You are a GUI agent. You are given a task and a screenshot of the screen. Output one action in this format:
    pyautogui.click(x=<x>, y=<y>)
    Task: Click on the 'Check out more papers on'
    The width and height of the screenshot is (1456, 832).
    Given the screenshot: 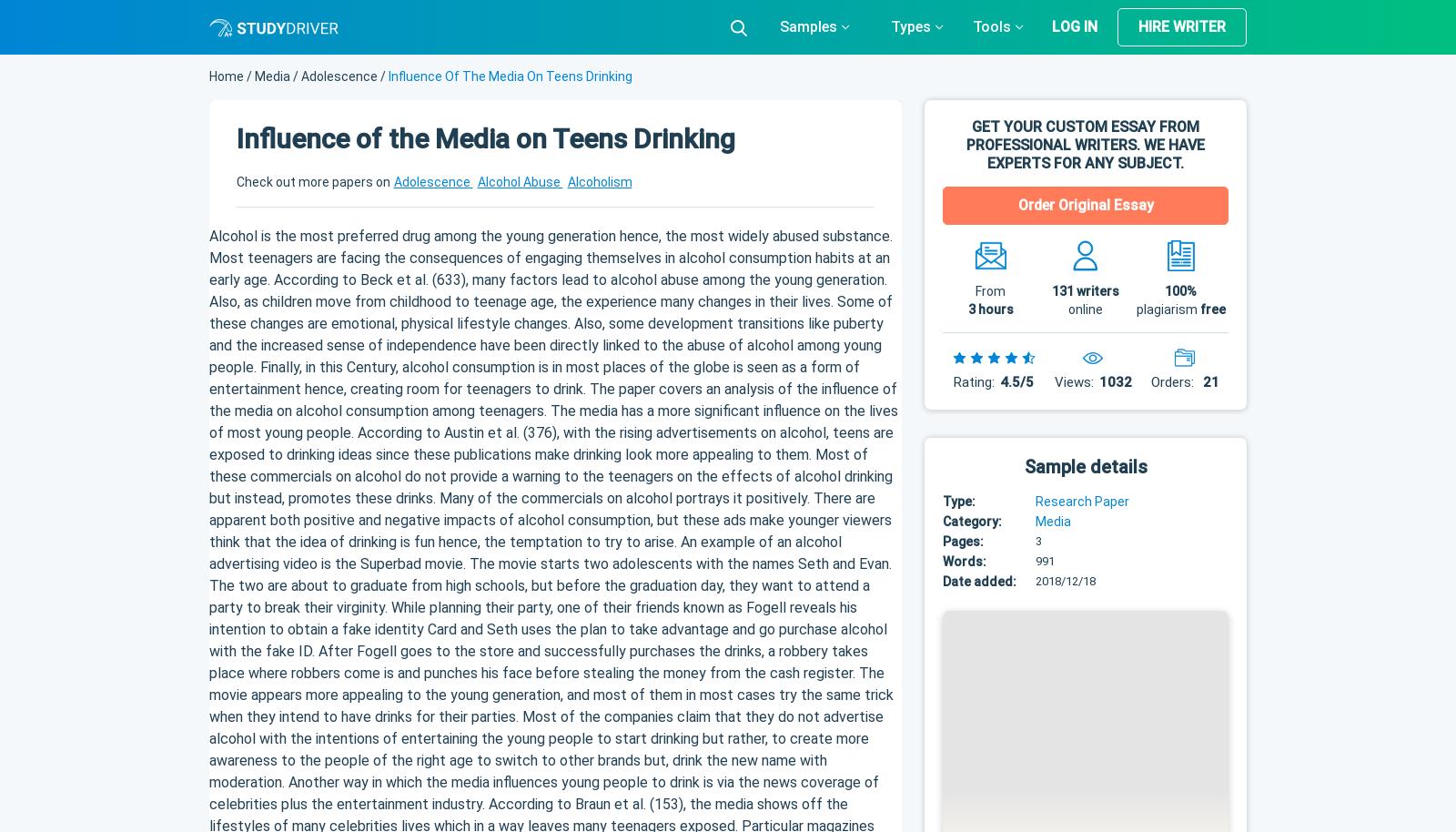 What is the action you would take?
    pyautogui.click(x=313, y=180)
    